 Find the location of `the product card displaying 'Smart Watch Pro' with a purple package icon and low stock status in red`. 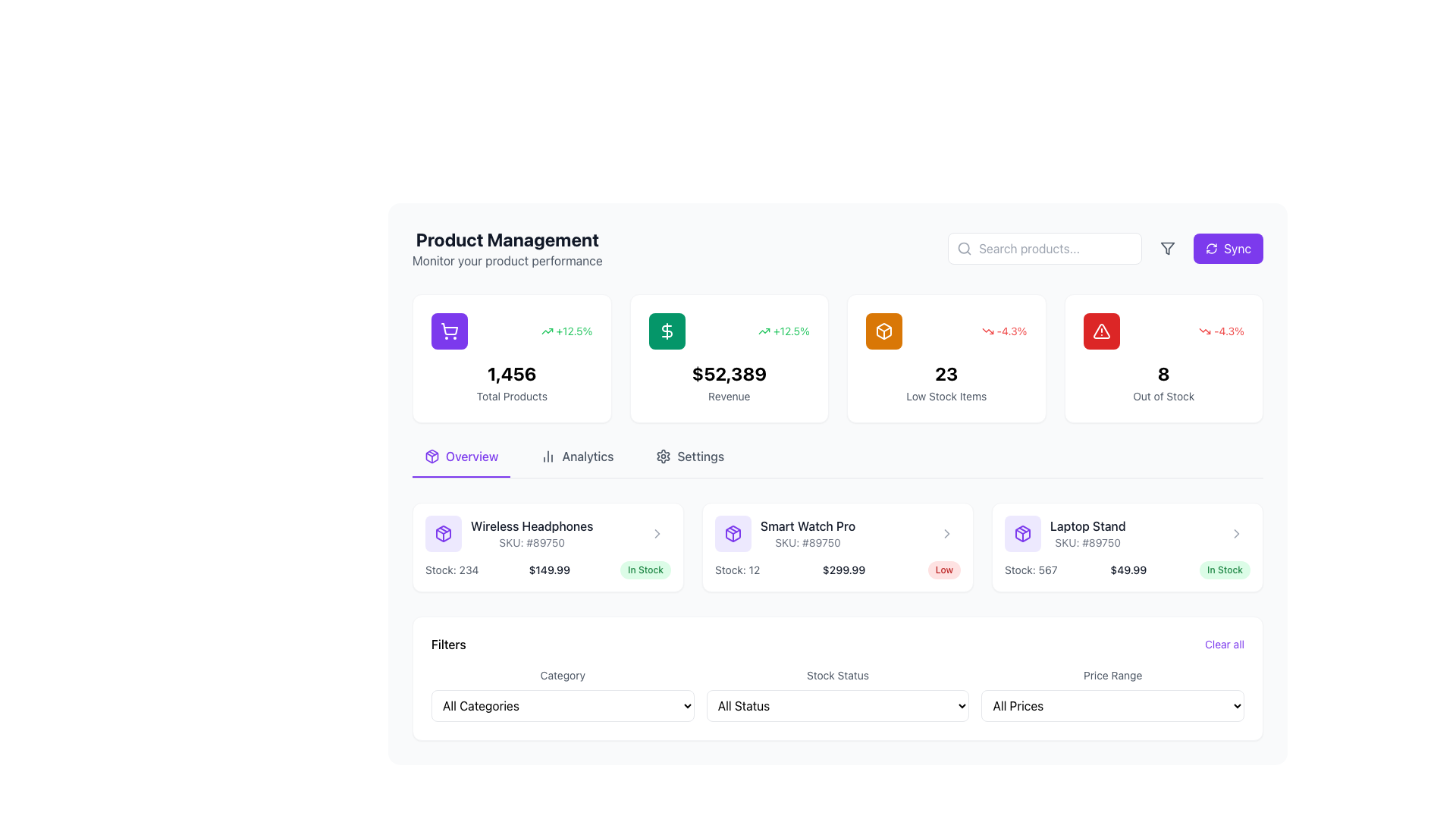

the product card displaying 'Smart Watch Pro' with a purple package icon and low stock status in red is located at coordinates (836, 547).